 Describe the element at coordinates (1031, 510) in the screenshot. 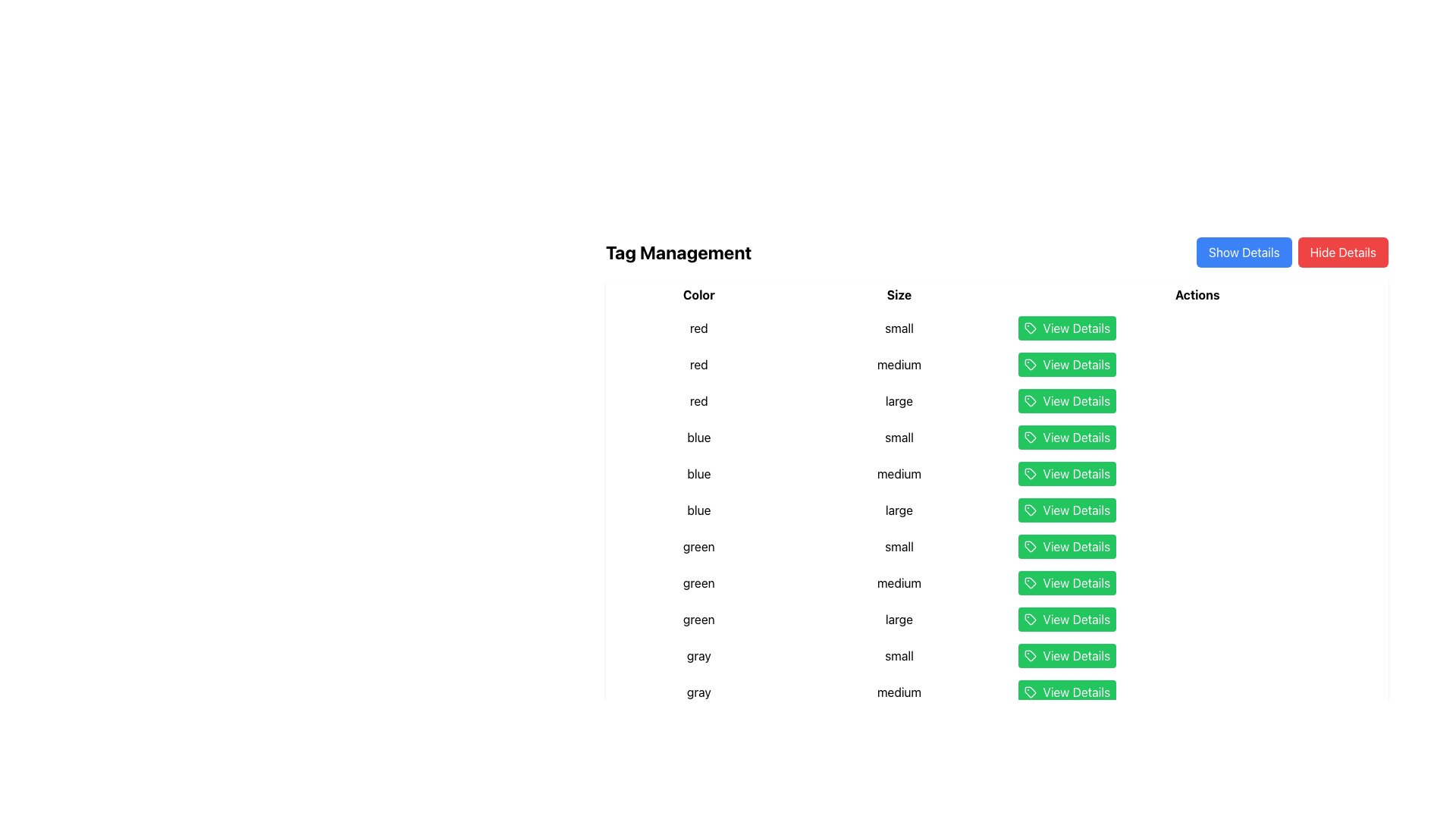

I see `the green tag icon located within the 'View Details' button in the 'Actions' column of the table` at that location.